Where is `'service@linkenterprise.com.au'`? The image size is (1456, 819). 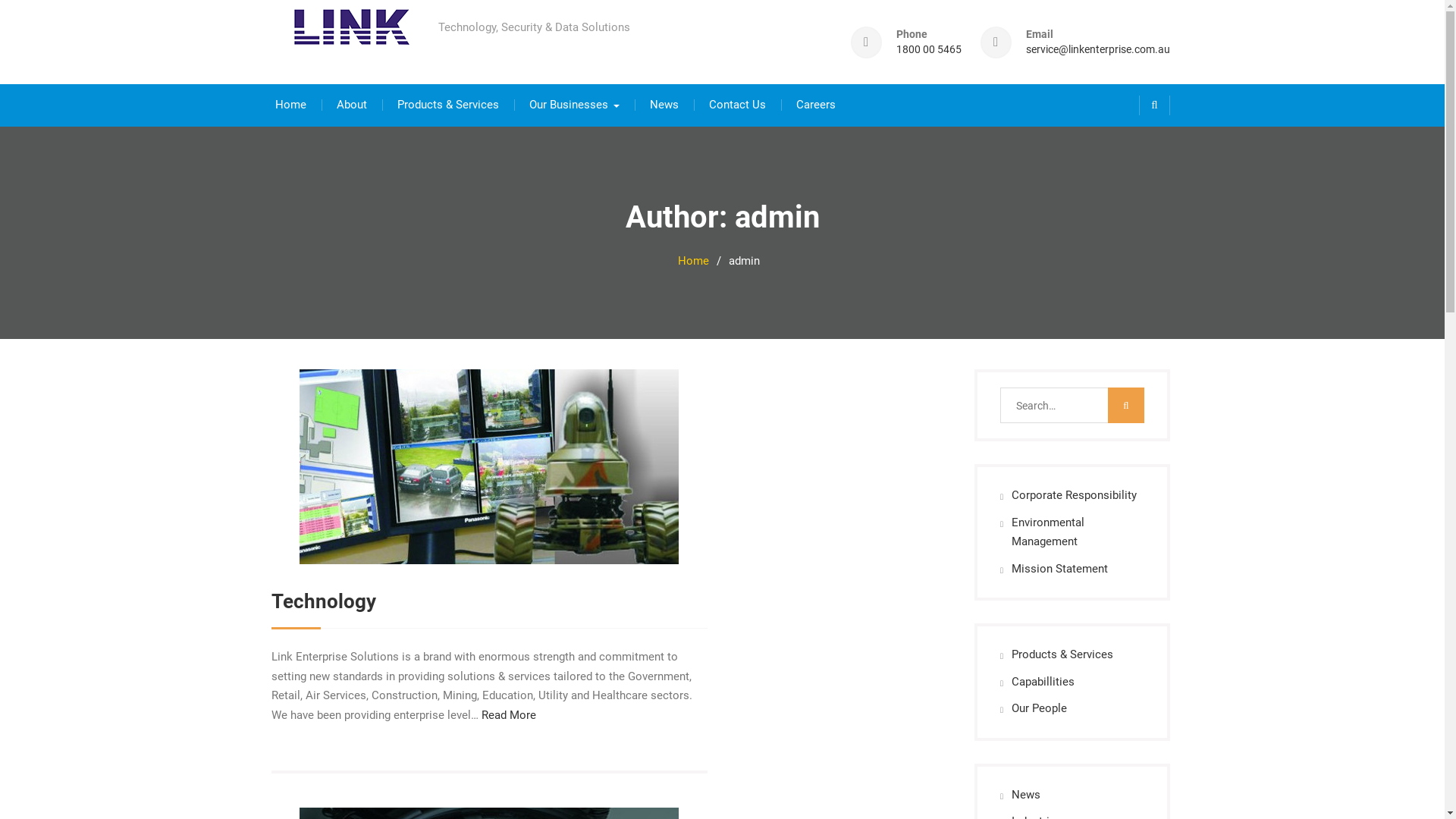 'service@linkenterprise.com.au' is located at coordinates (1097, 49).